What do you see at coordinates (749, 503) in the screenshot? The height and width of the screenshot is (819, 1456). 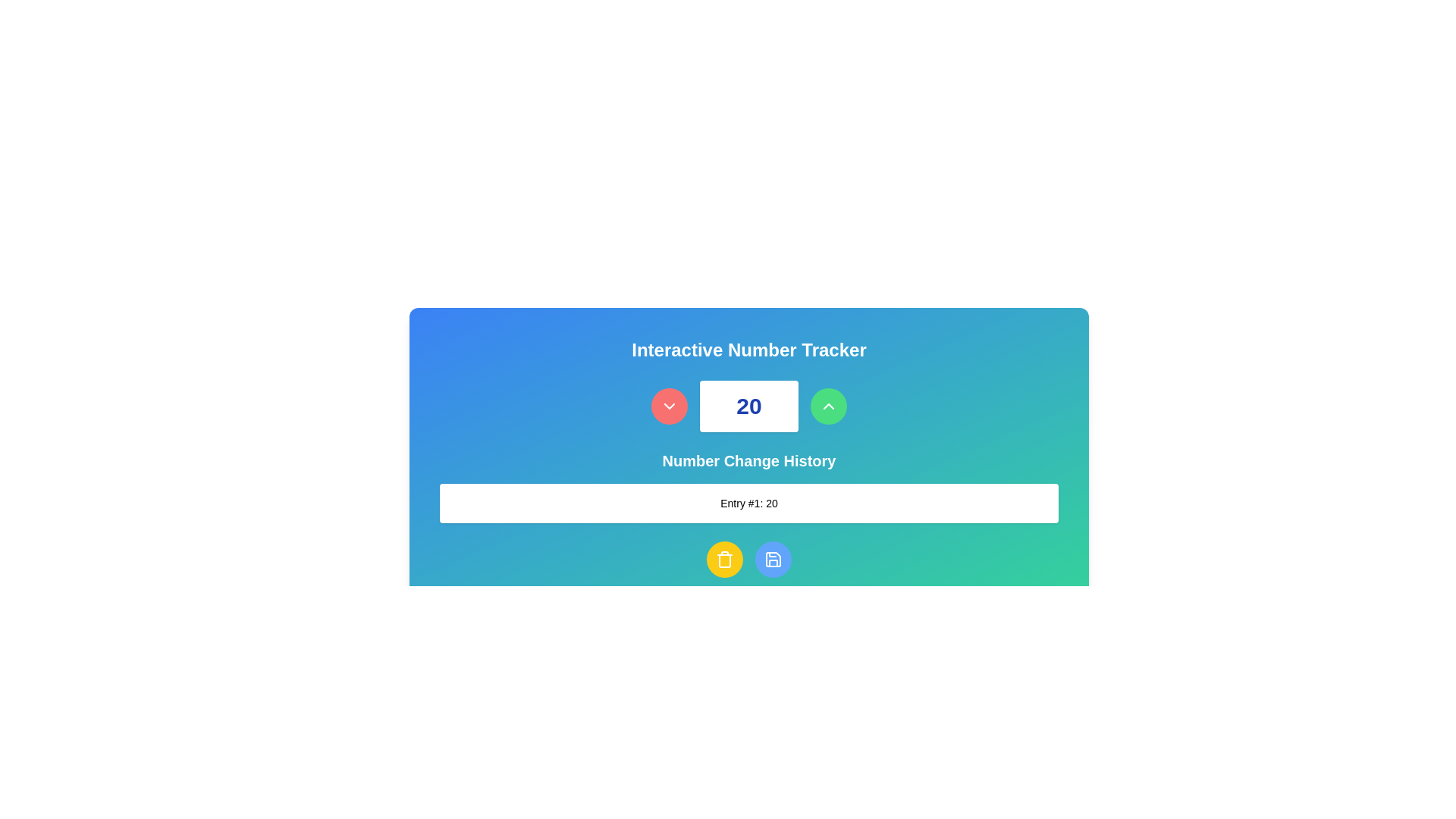 I see `the Static information display box that shows an entry from the change history, positioned below the 'Number Change History' title` at bounding box center [749, 503].